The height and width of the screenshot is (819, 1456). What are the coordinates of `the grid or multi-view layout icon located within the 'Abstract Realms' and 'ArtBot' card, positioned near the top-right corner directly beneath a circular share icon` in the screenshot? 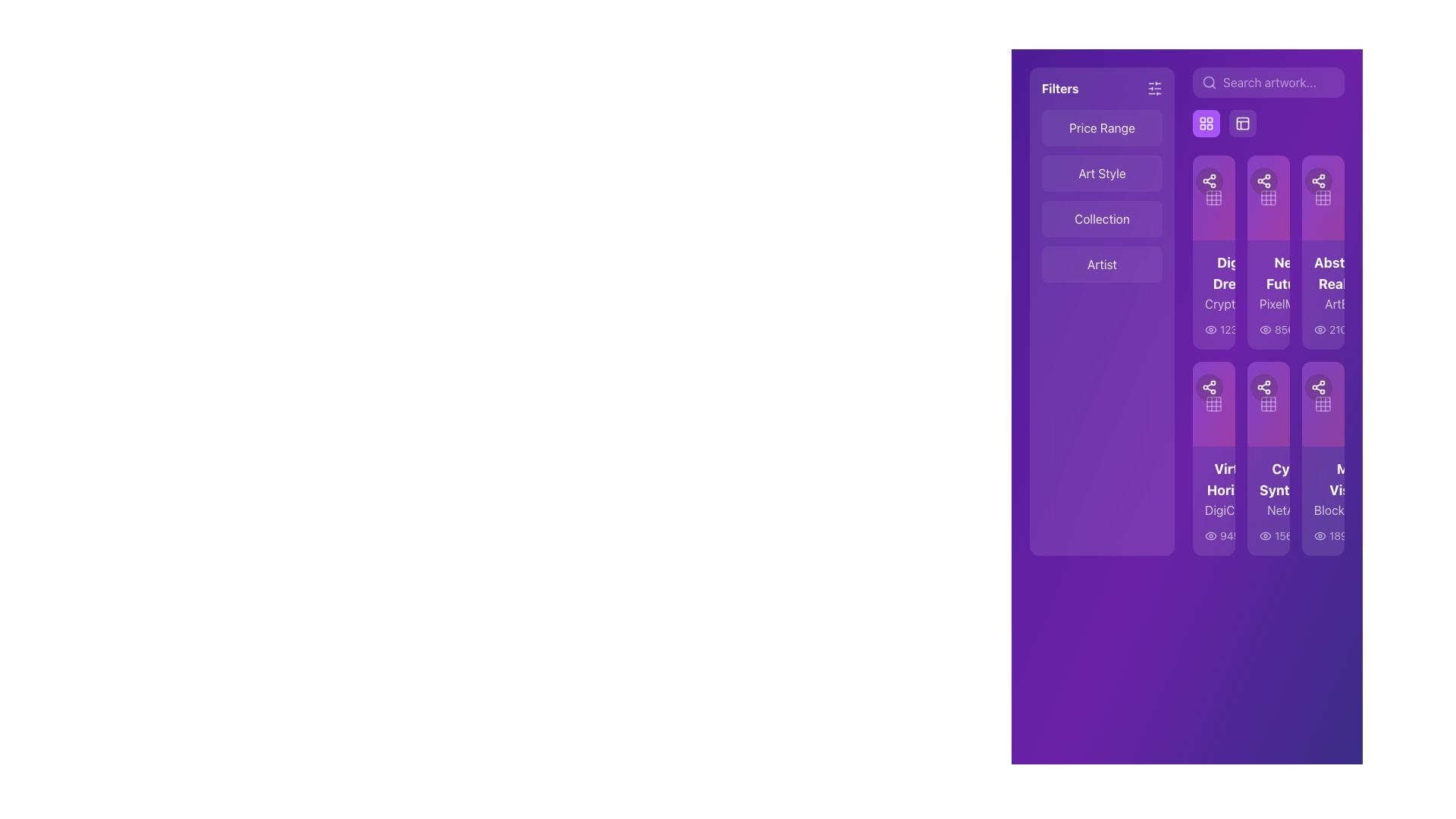 It's located at (1323, 197).